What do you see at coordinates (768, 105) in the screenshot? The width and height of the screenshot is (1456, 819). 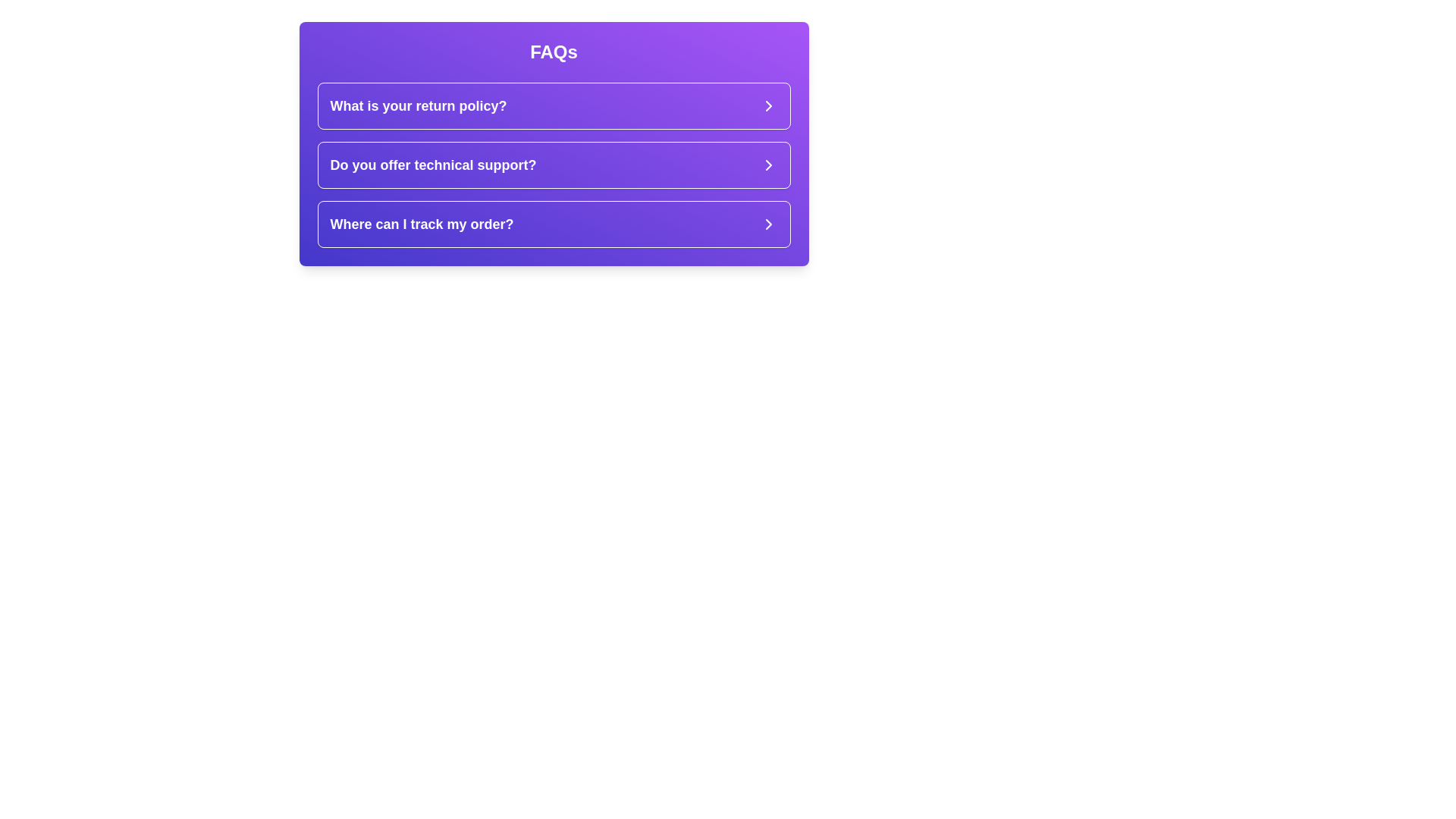 I see `the rightward-facing chevron icon adjacent to the text 'What is your return policy?' in the FAQ panel` at bounding box center [768, 105].